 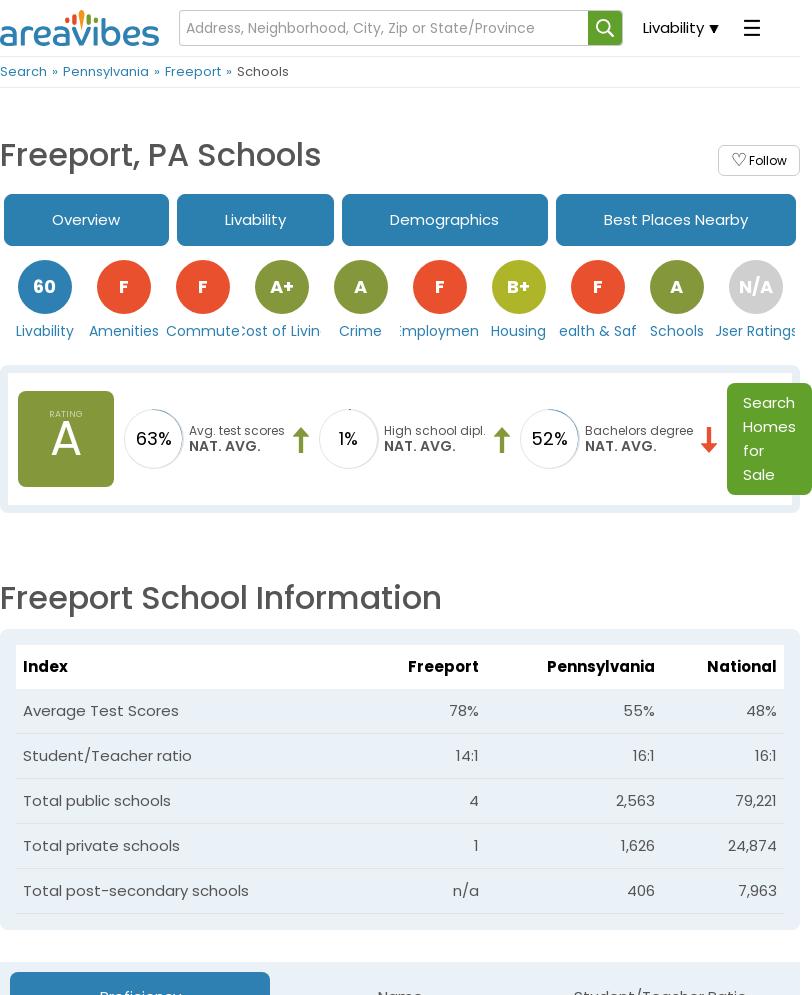 What do you see at coordinates (738, 285) in the screenshot?
I see `'N/A'` at bounding box center [738, 285].